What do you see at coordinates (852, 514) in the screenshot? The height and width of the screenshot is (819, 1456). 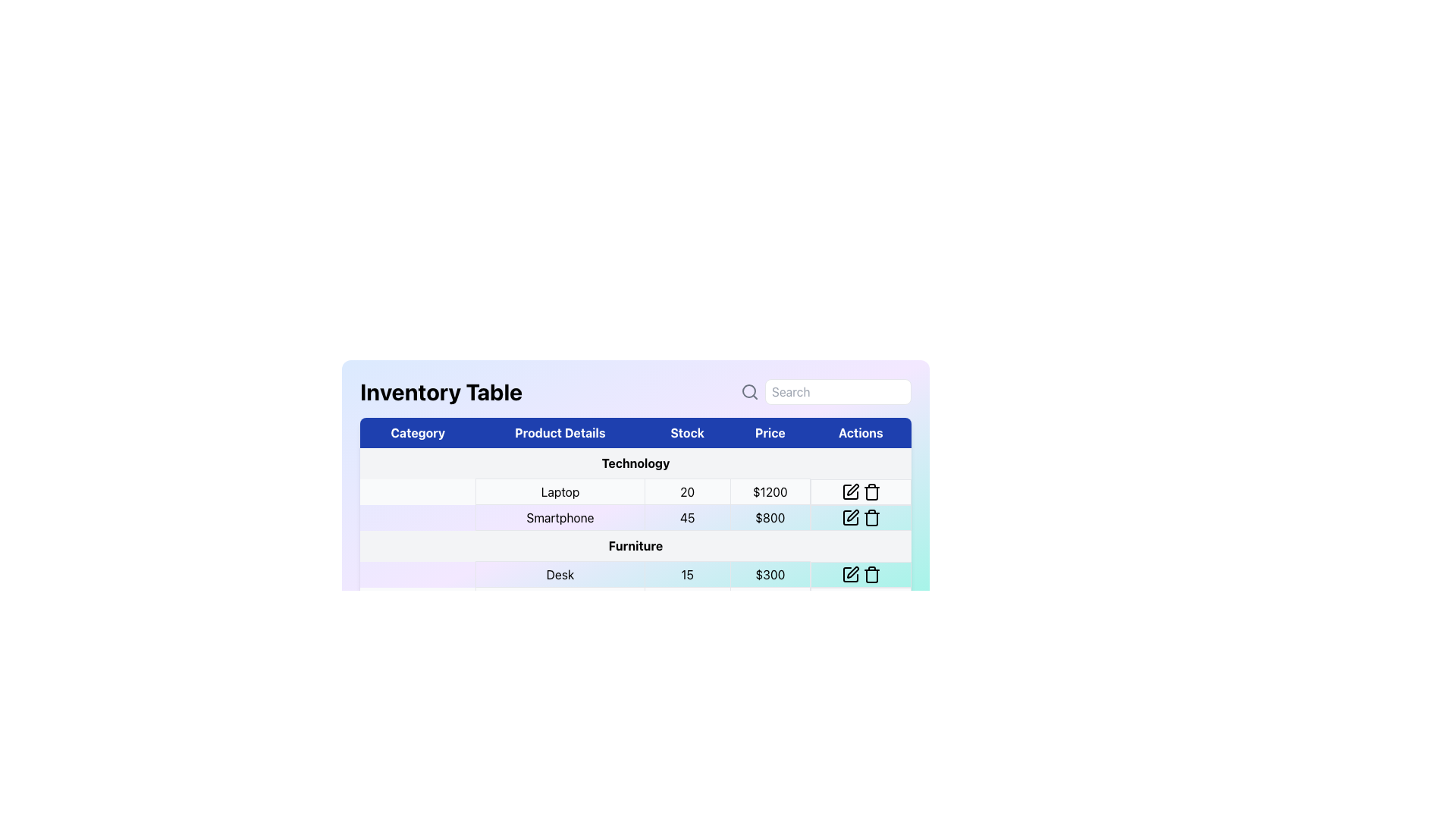 I see `the pen icon in the 'Actions' column of the 'Smartphone' row in the inventory table` at bounding box center [852, 514].